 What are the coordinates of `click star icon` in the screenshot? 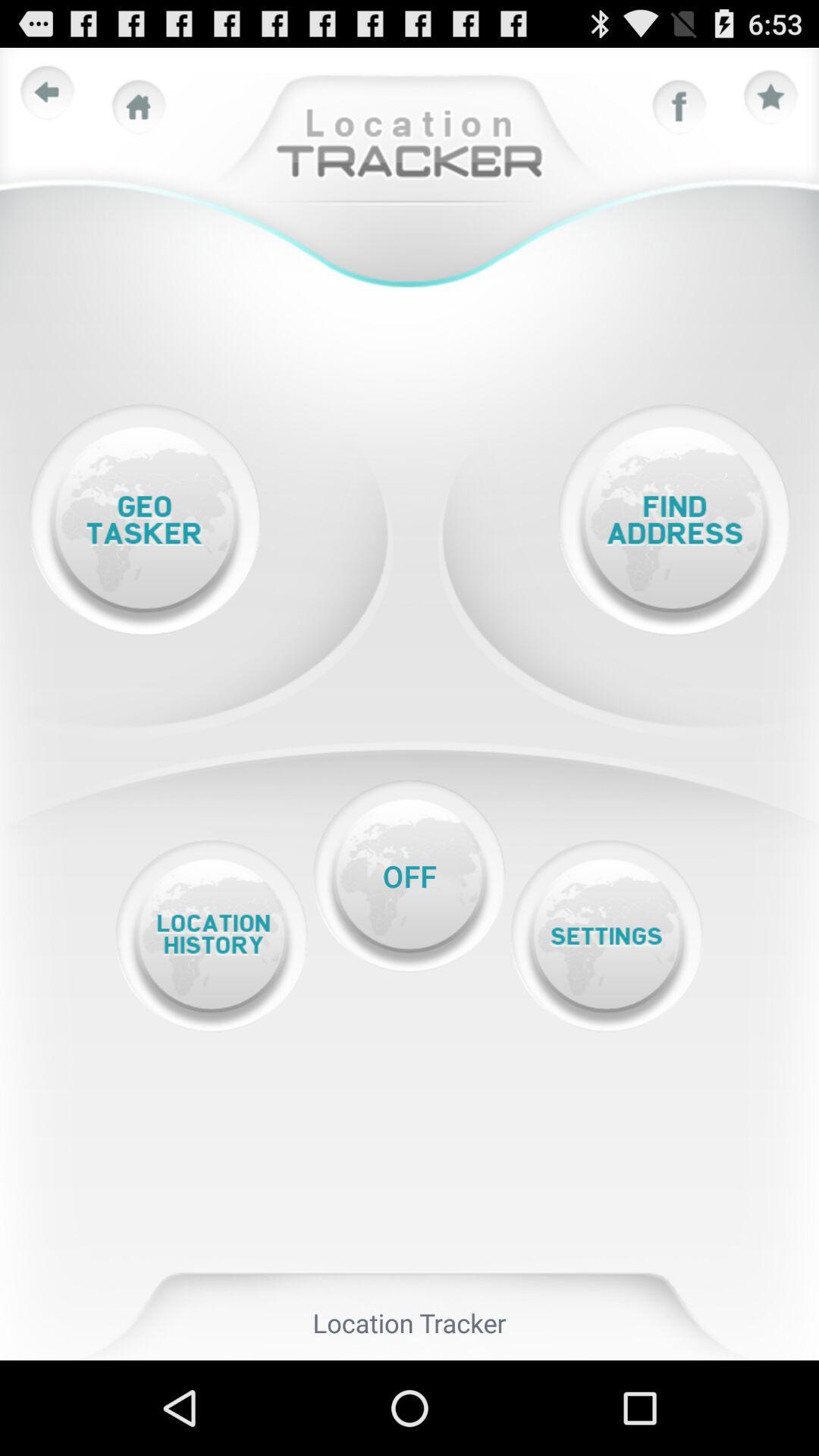 It's located at (771, 97).